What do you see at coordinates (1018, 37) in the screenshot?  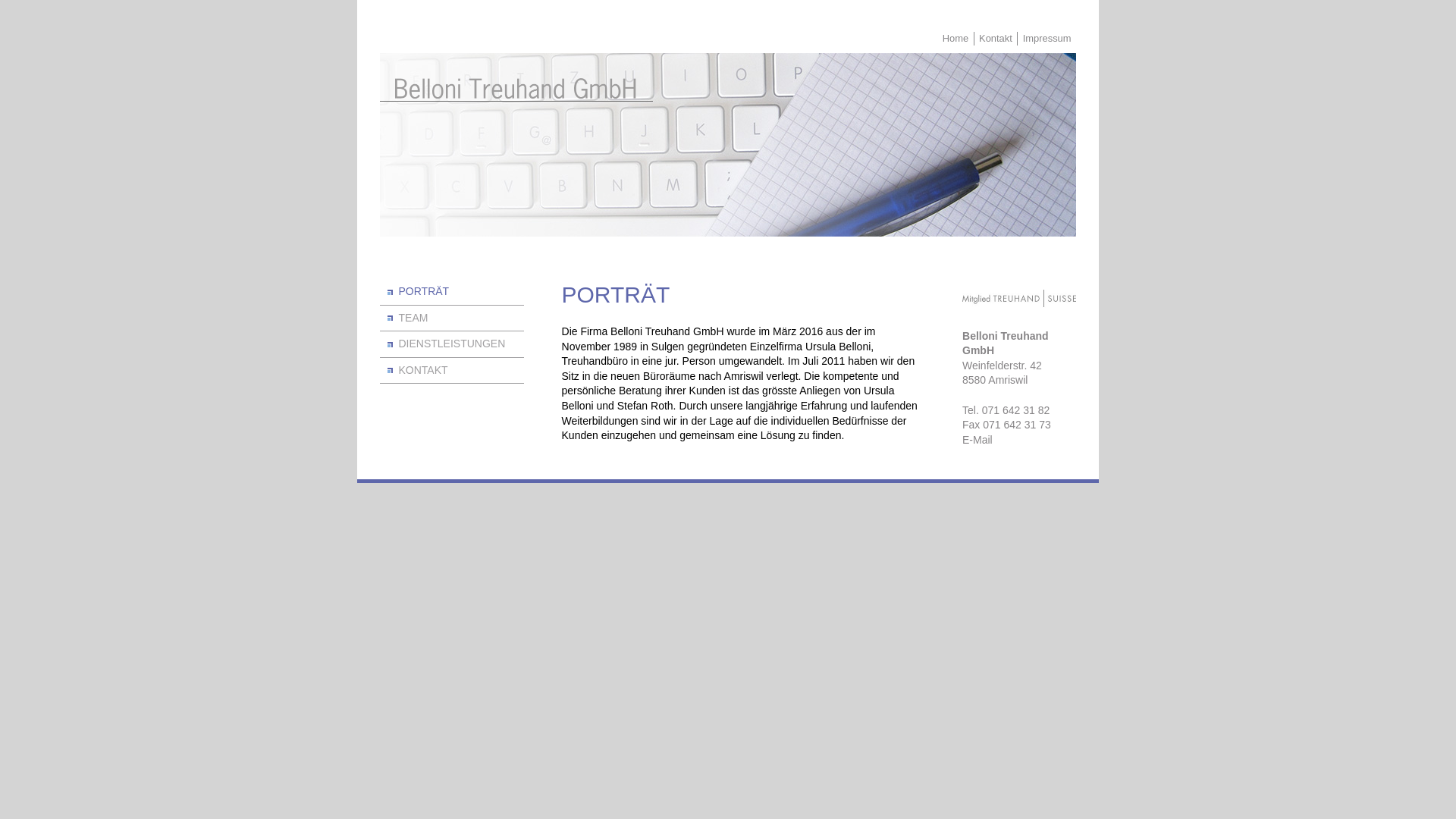 I see `'Impressum'` at bounding box center [1018, 37].